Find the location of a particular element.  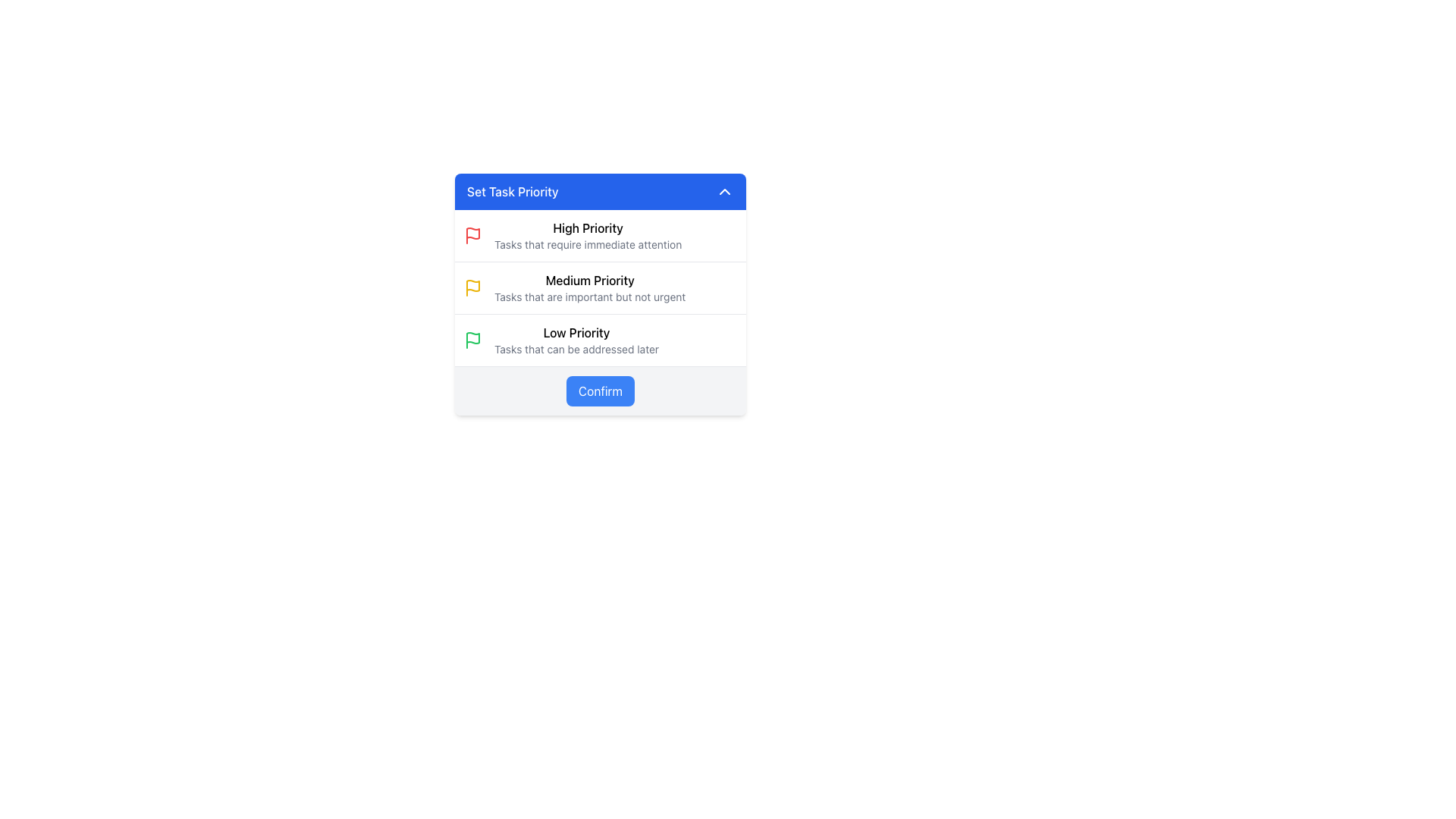

text label that displays 'Tasks that are important but not urgent', which is located below the 'Medium Priority' heading in the priority-selection interface is located at coordinates (589, 297).